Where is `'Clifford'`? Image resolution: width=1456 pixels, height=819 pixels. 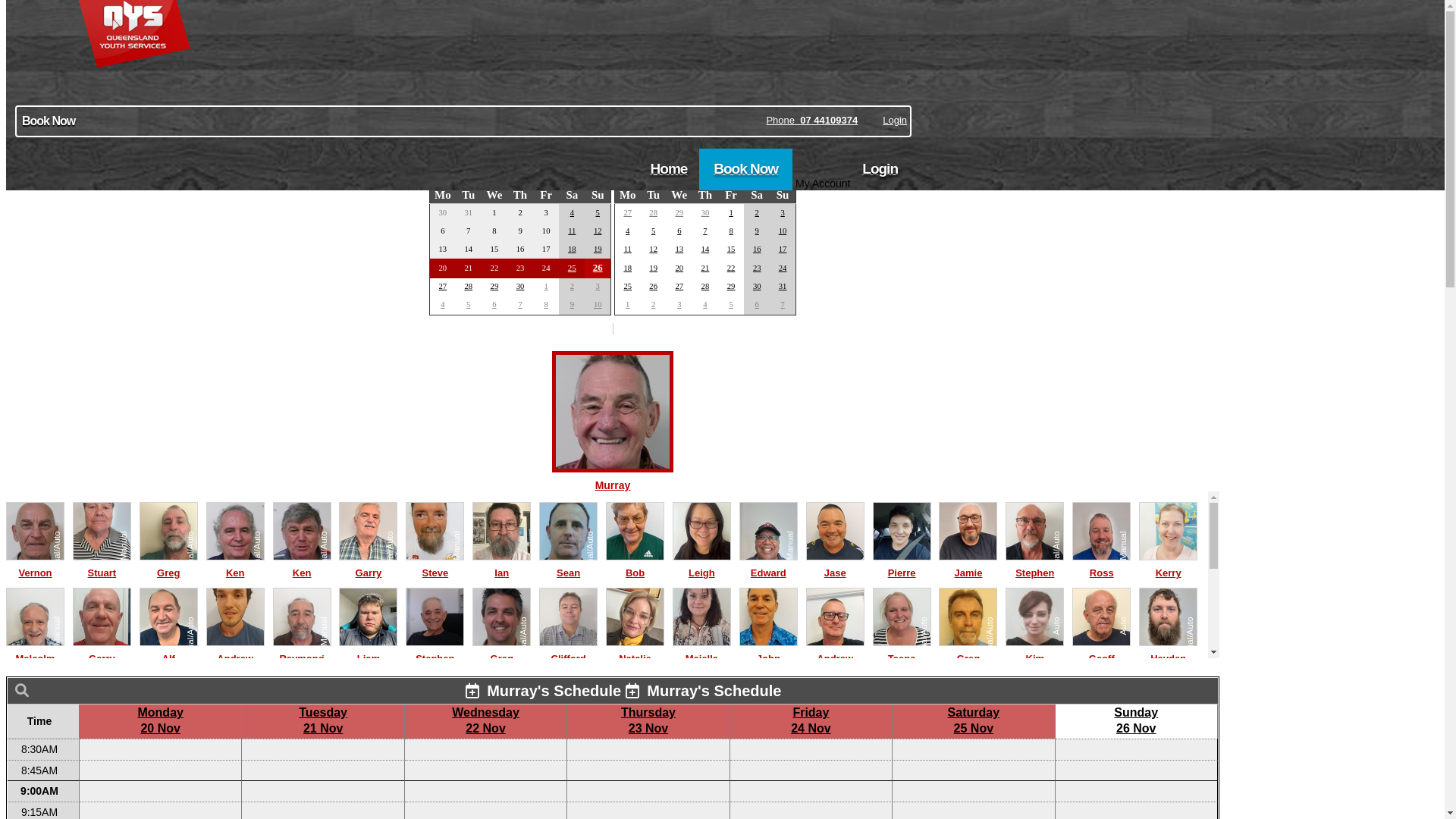
'Clifford' is located at coordinates (567, 650).